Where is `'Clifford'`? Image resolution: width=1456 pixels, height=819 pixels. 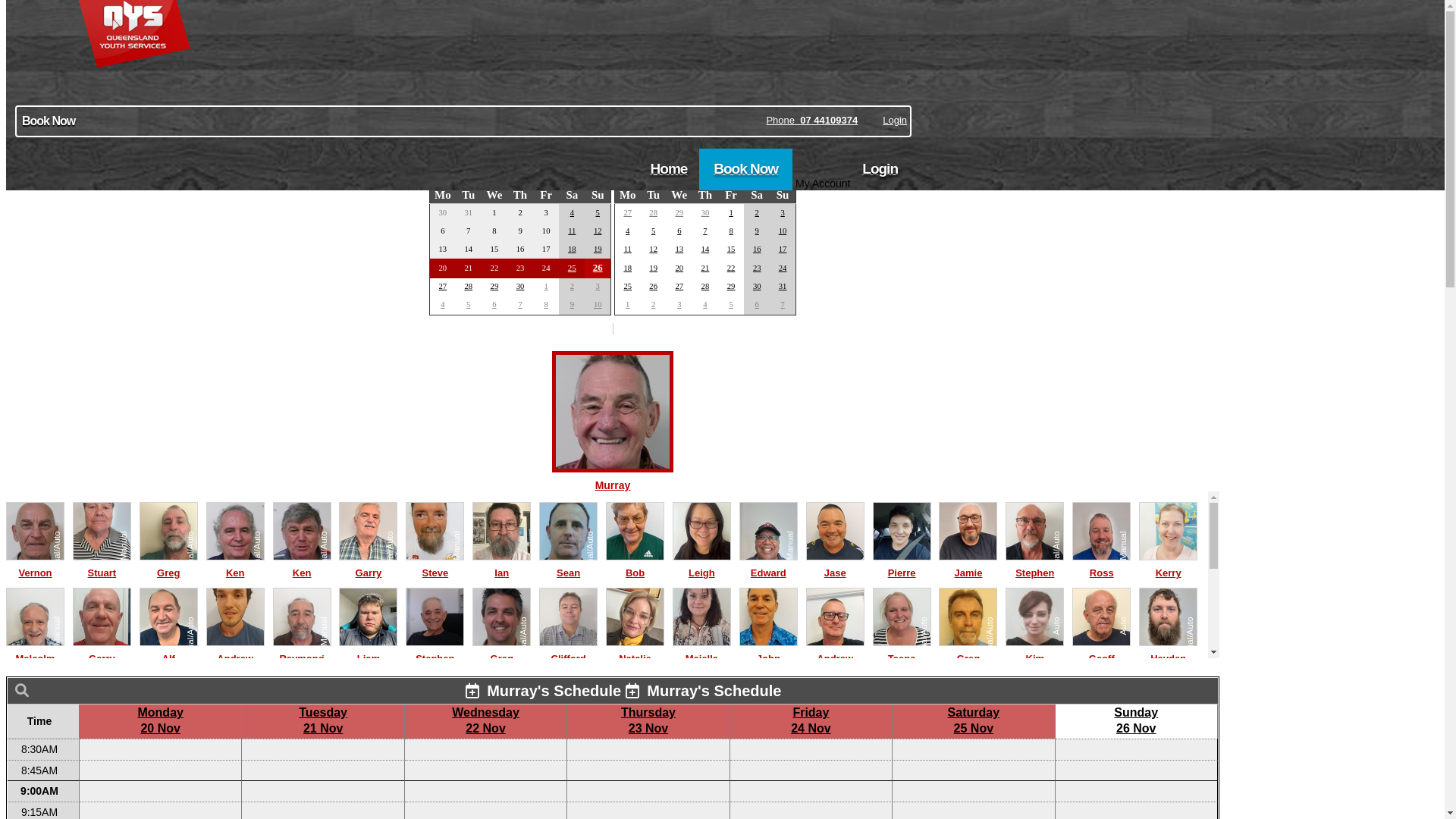
'Clifford' is located at coordinates (567, 650).